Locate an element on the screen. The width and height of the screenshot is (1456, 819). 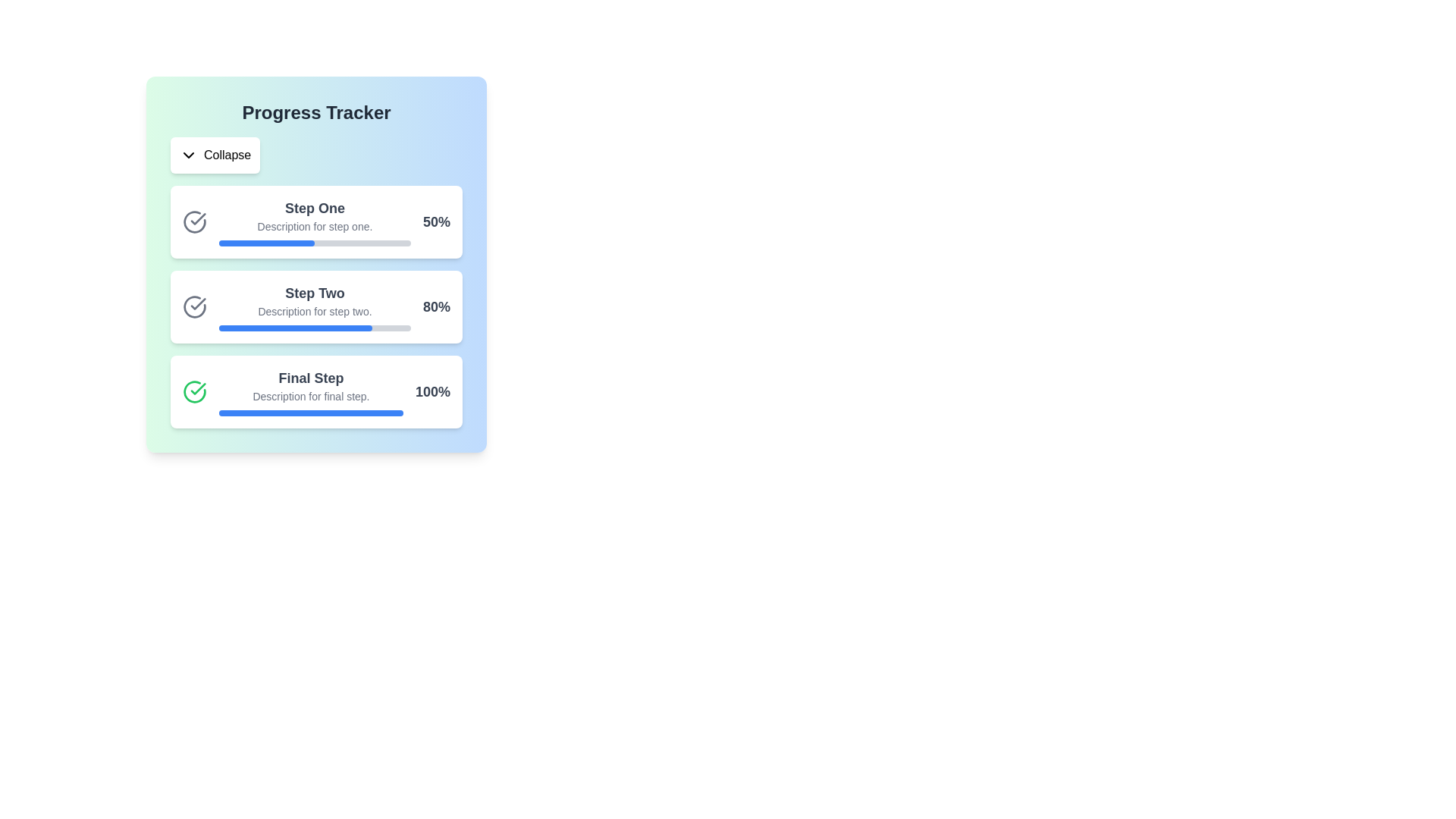
the progress bar segment indicating 50% completion for 'Step One' in the progress tracking interface, located beneath the 'Description for step one.' text is located at coordinates (267, 242).